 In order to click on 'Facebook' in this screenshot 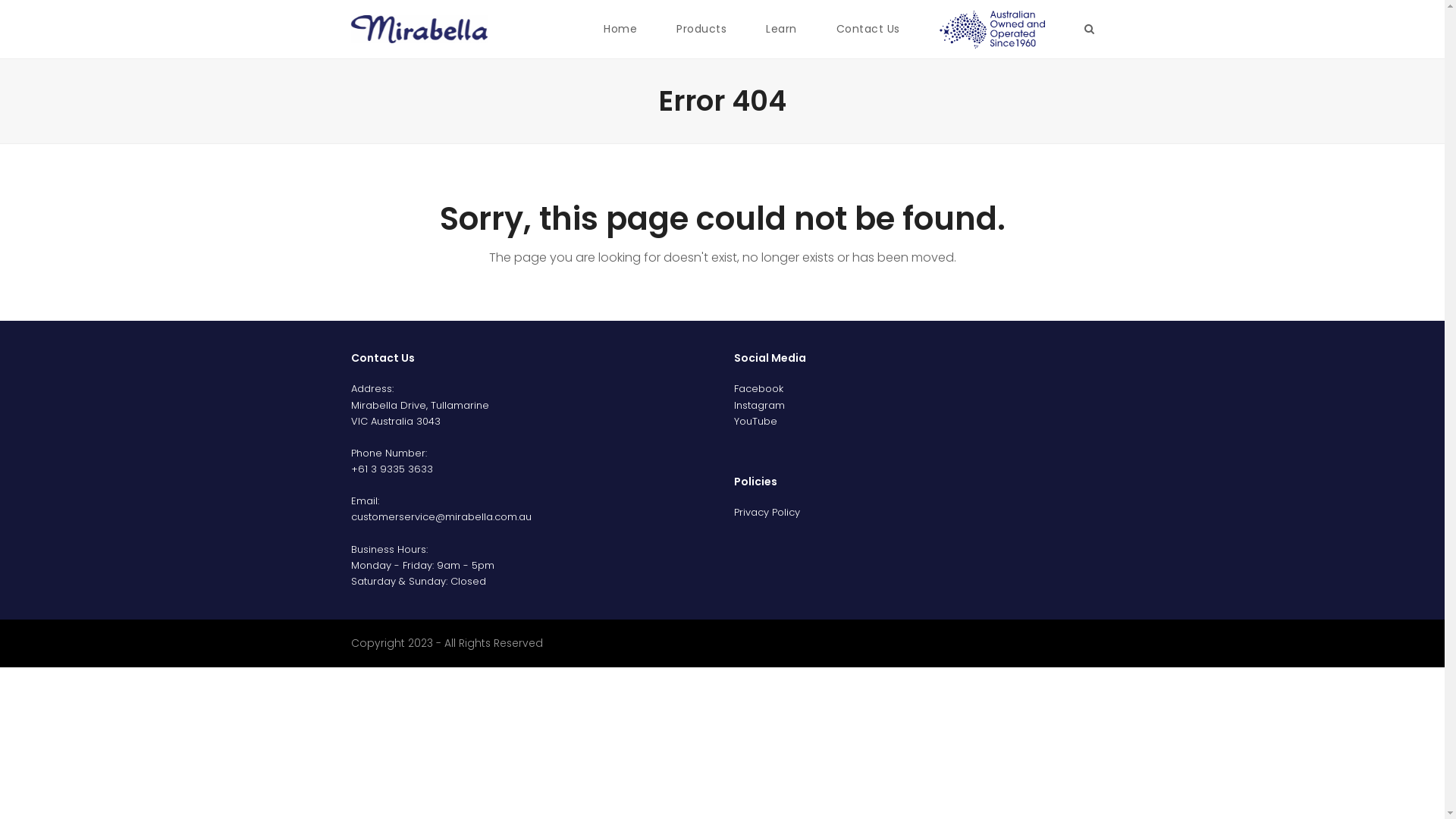, I will do `click(758, 388)`.